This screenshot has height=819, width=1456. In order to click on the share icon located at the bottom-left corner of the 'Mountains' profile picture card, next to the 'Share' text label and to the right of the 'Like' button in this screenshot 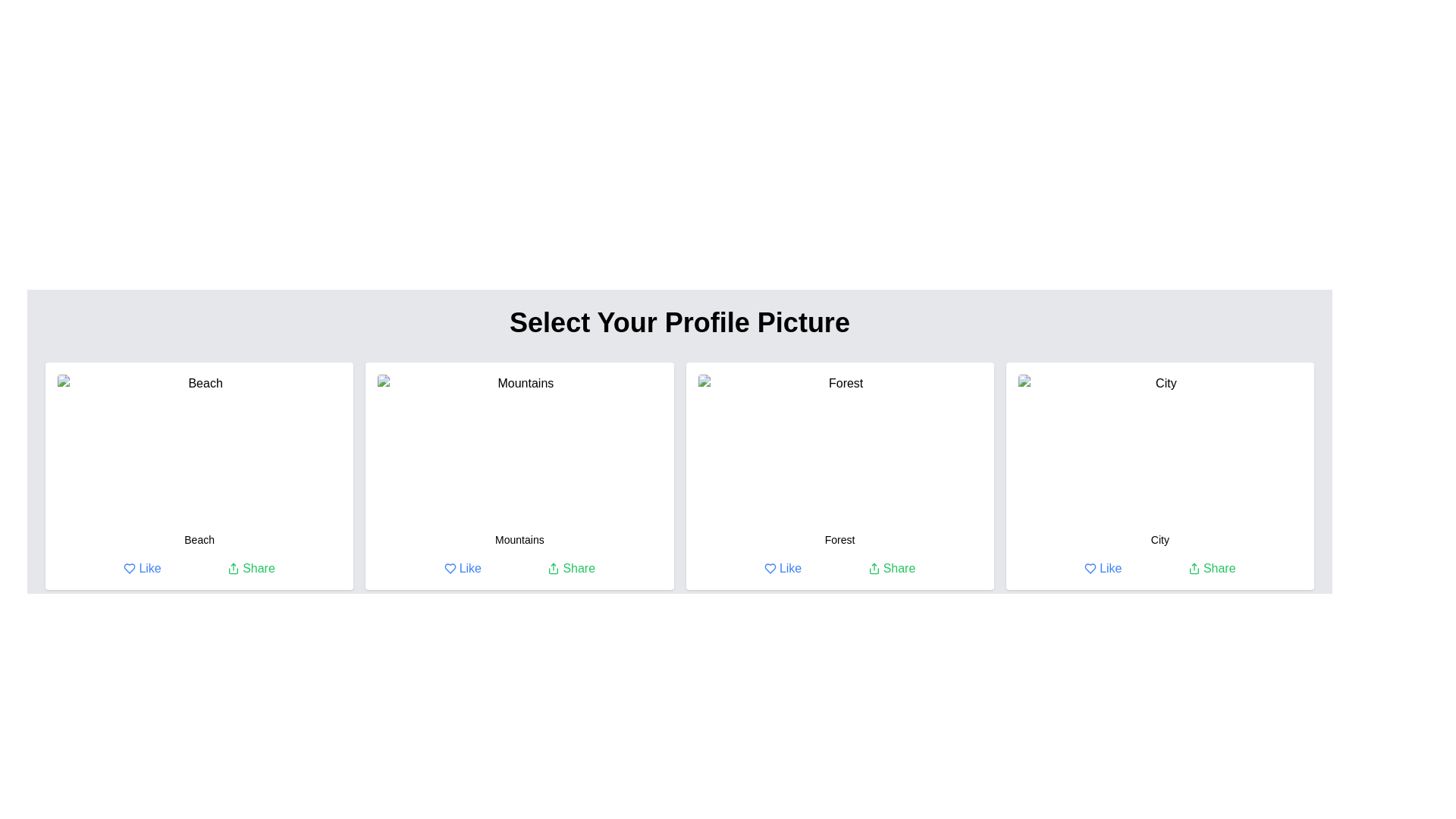, I will do `click(553, 568)`.